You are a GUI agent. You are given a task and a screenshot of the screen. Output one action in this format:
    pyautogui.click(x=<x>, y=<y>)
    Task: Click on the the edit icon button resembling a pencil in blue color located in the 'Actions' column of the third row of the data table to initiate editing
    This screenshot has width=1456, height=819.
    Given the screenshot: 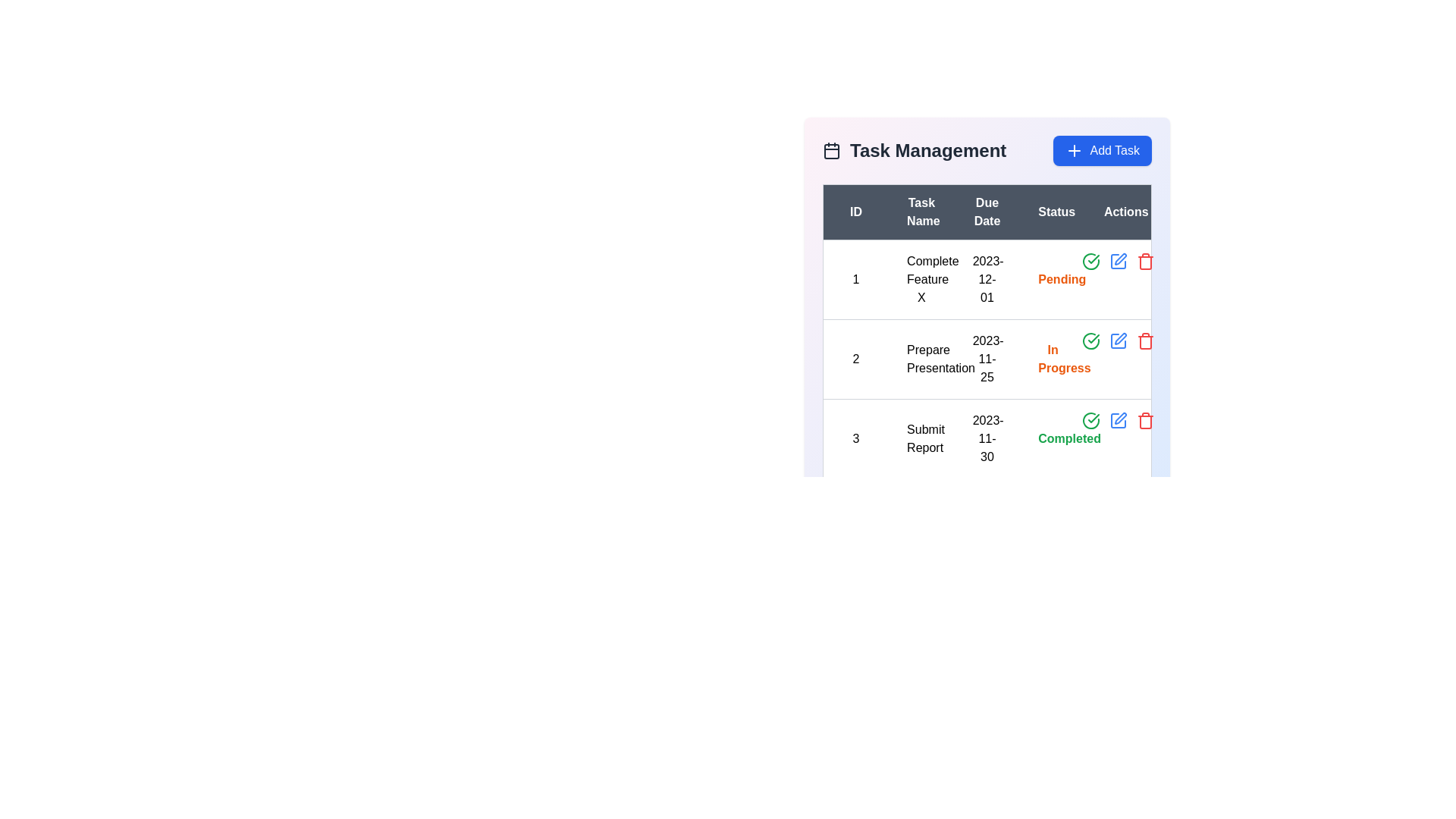 What is the action you would take?
    pyautogui.click(x=1118, y=260)
    